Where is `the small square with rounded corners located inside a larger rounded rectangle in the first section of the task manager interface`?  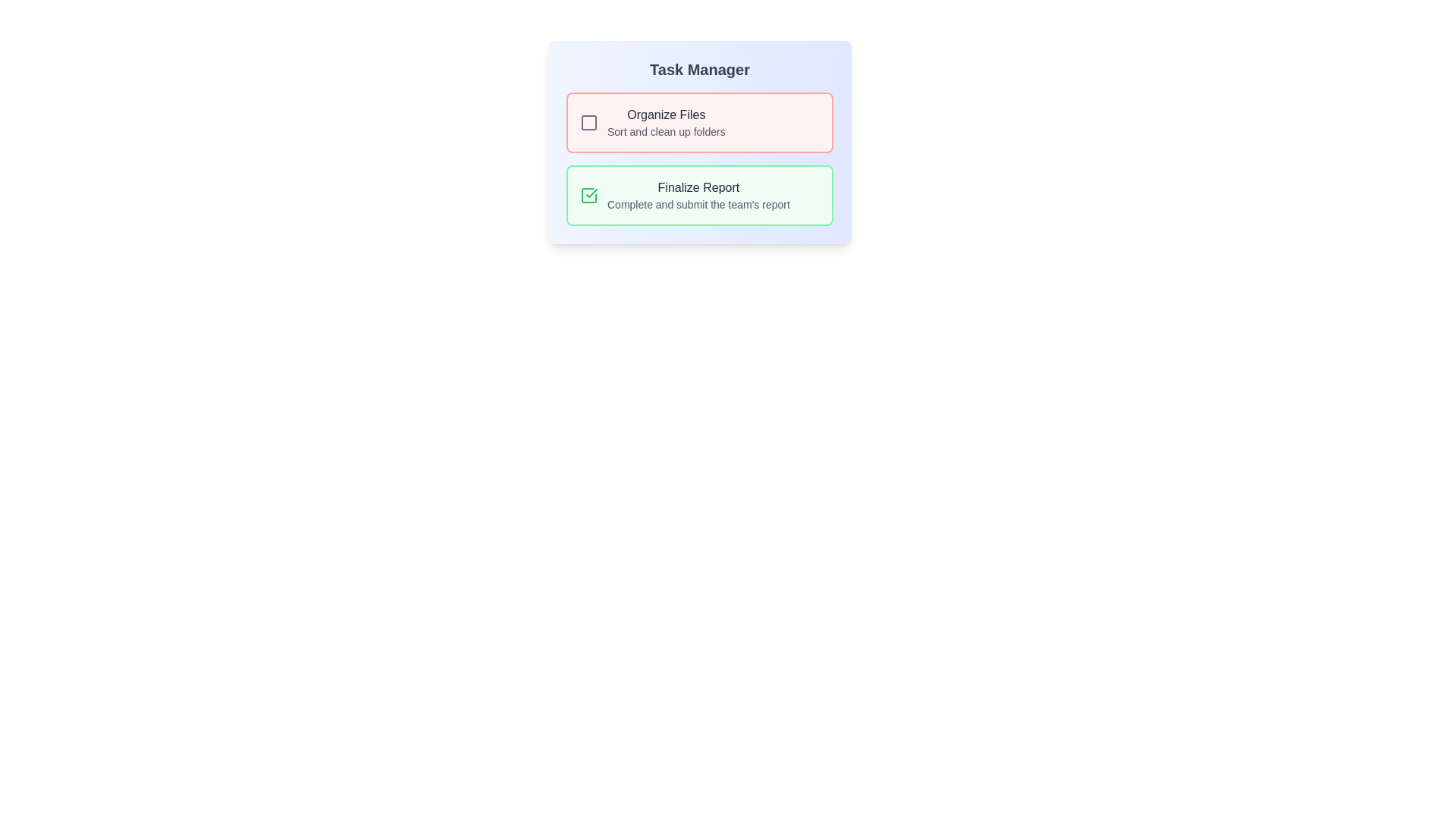
the small square with rounded corners located inside a larger rounded rectangle in the first section of the task manager interface is located at coordinates (588, 122).